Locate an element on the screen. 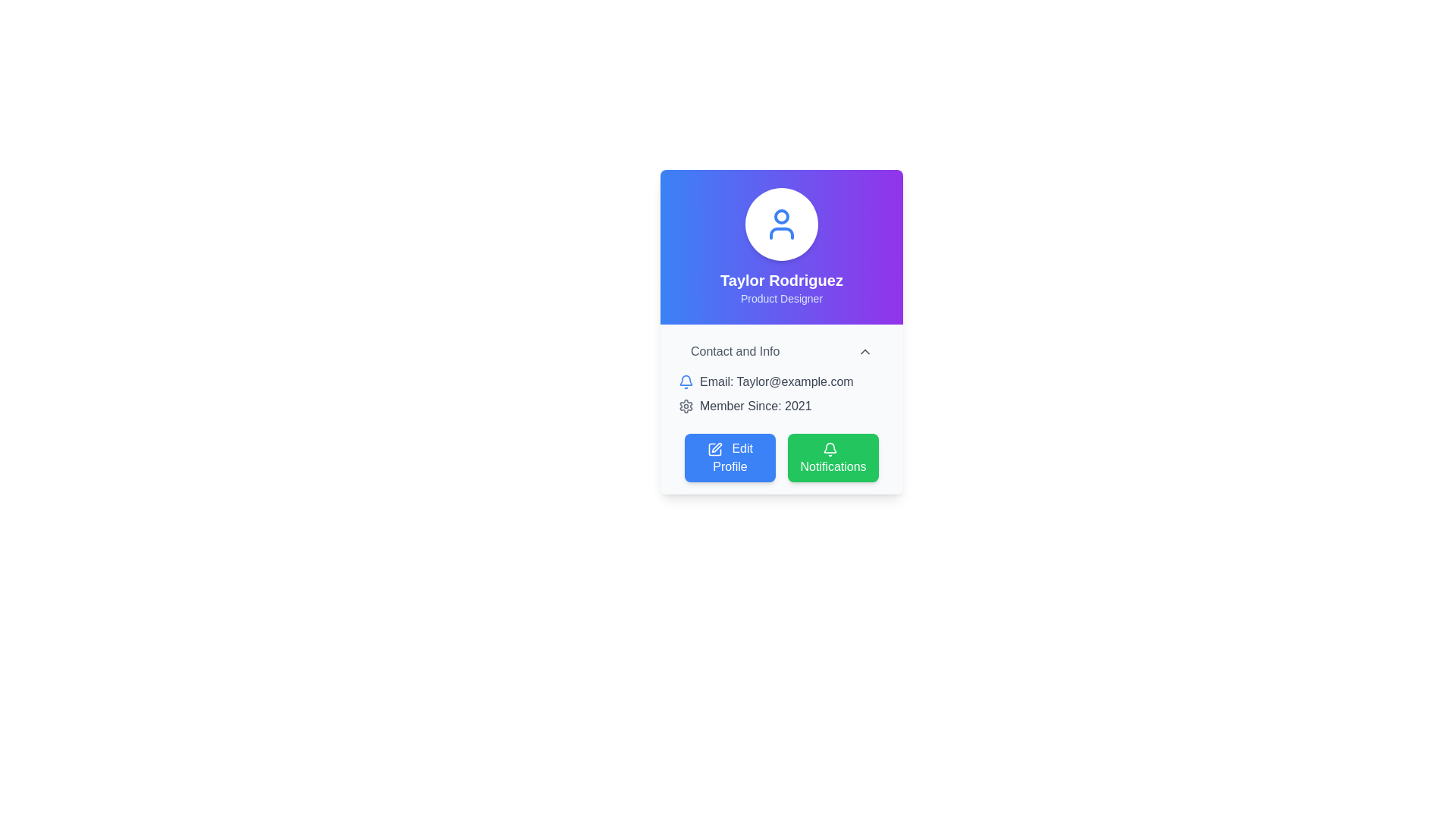 The width and height of the screenshot is (1456, 819). the static text label displaying the year the user became a member, which is positioned below the email text label and above the action buttons in the profile information card is located at coordinates (782, 406).